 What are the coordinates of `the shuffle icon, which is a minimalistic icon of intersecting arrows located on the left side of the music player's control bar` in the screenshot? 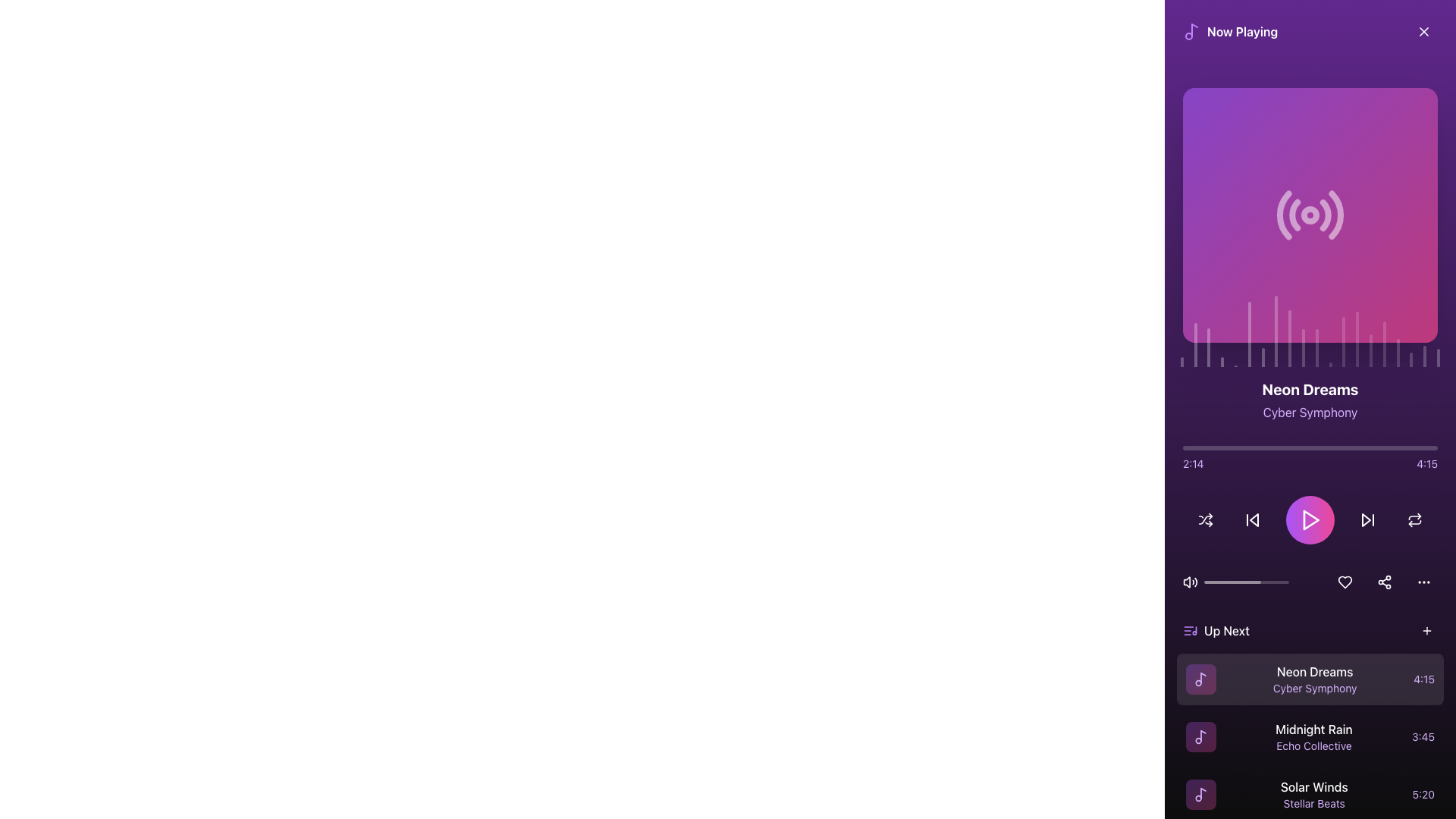 It's located at (1204, 519).